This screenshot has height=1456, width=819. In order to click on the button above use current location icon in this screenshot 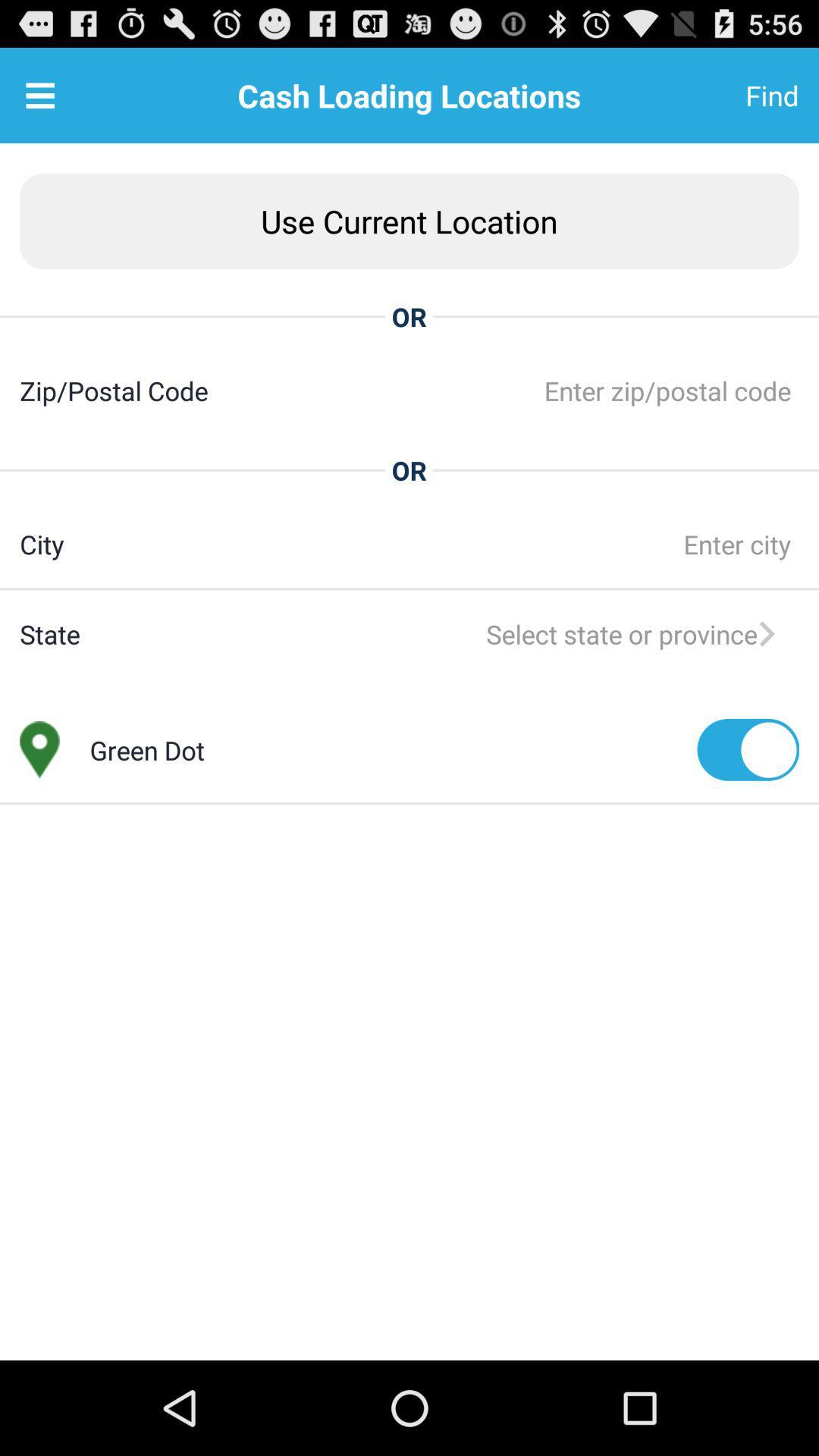, I will do `click(734, 94)`.